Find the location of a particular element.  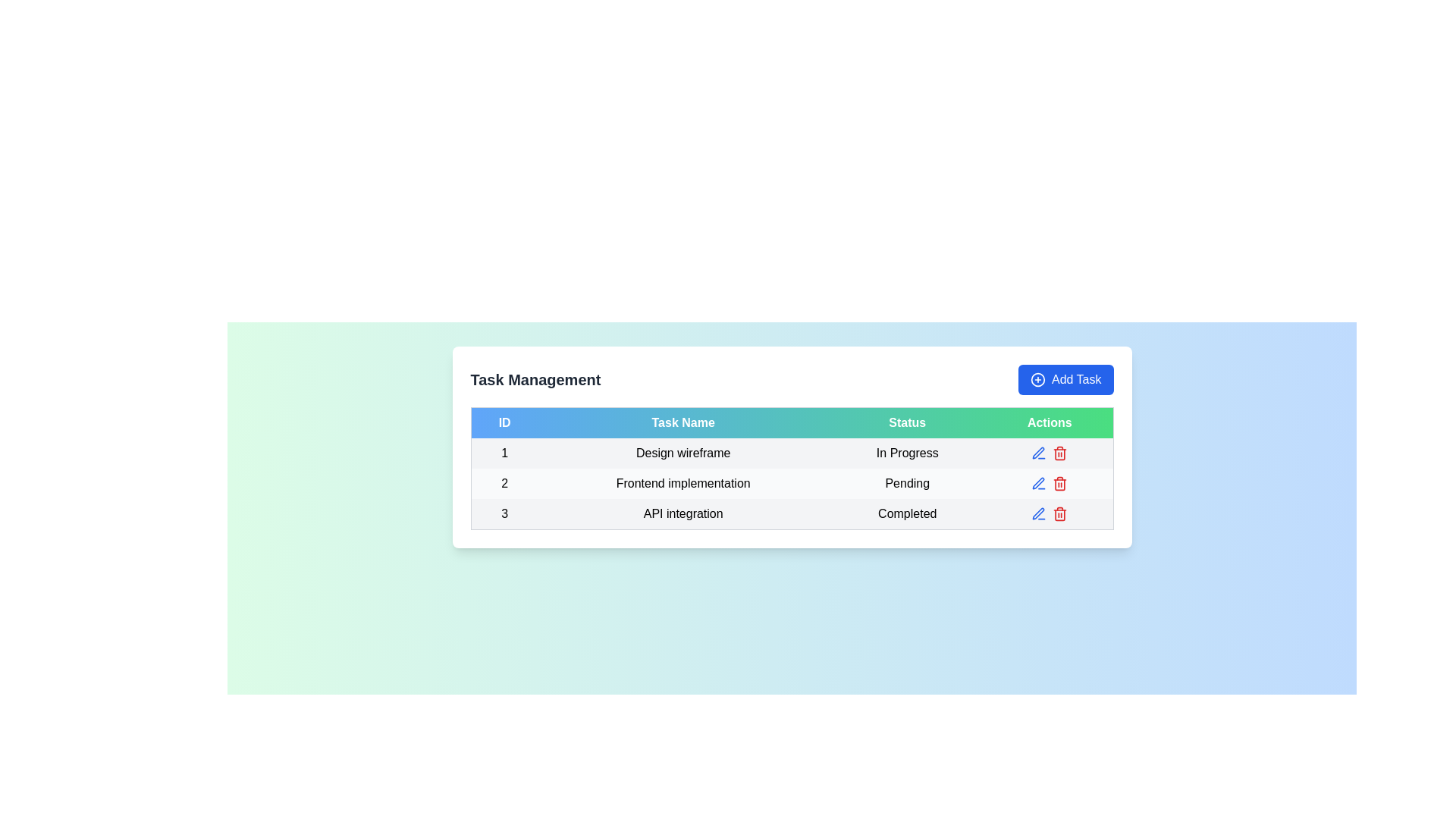

the Text Label that displays the current status of the task, indicating its state as 'Pending', located in the 'Status' column of the second row for the task 'Frontend implementation' is located at coordinates (907, 483).